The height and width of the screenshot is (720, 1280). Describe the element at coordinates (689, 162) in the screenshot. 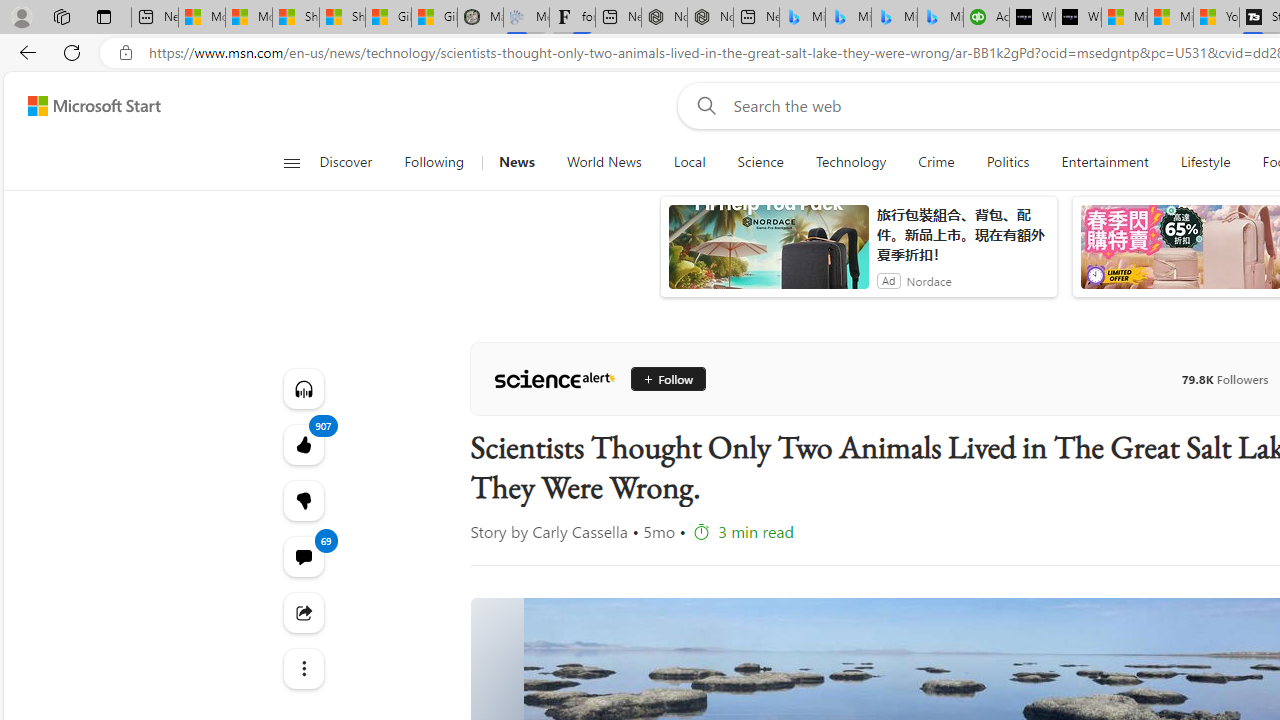

I see `'Local'` at that location.